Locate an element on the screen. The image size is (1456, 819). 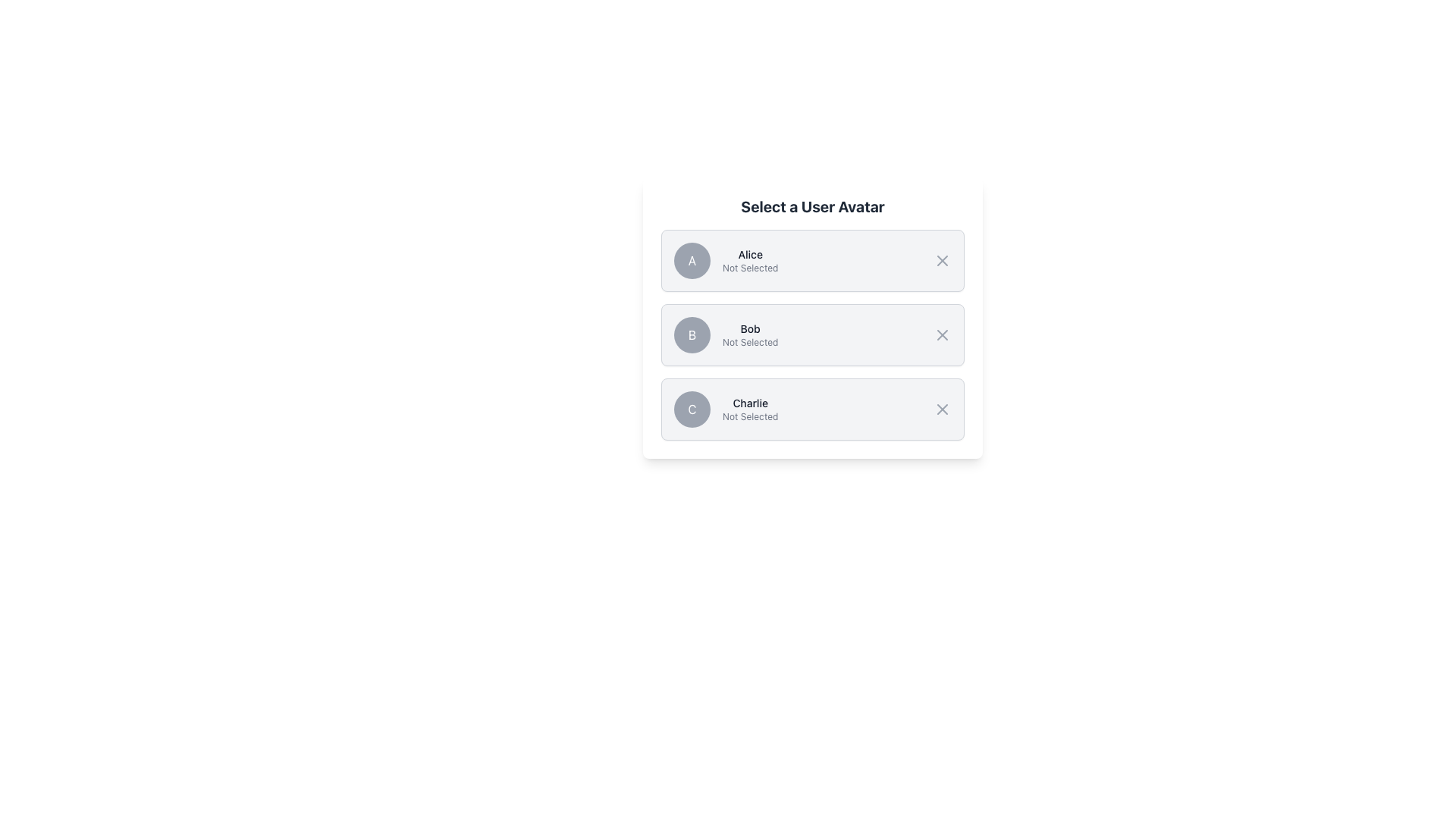
the second user selection list item displaying user details between 'Alice' and 'Charlie' is located at coordinates (811, 334).